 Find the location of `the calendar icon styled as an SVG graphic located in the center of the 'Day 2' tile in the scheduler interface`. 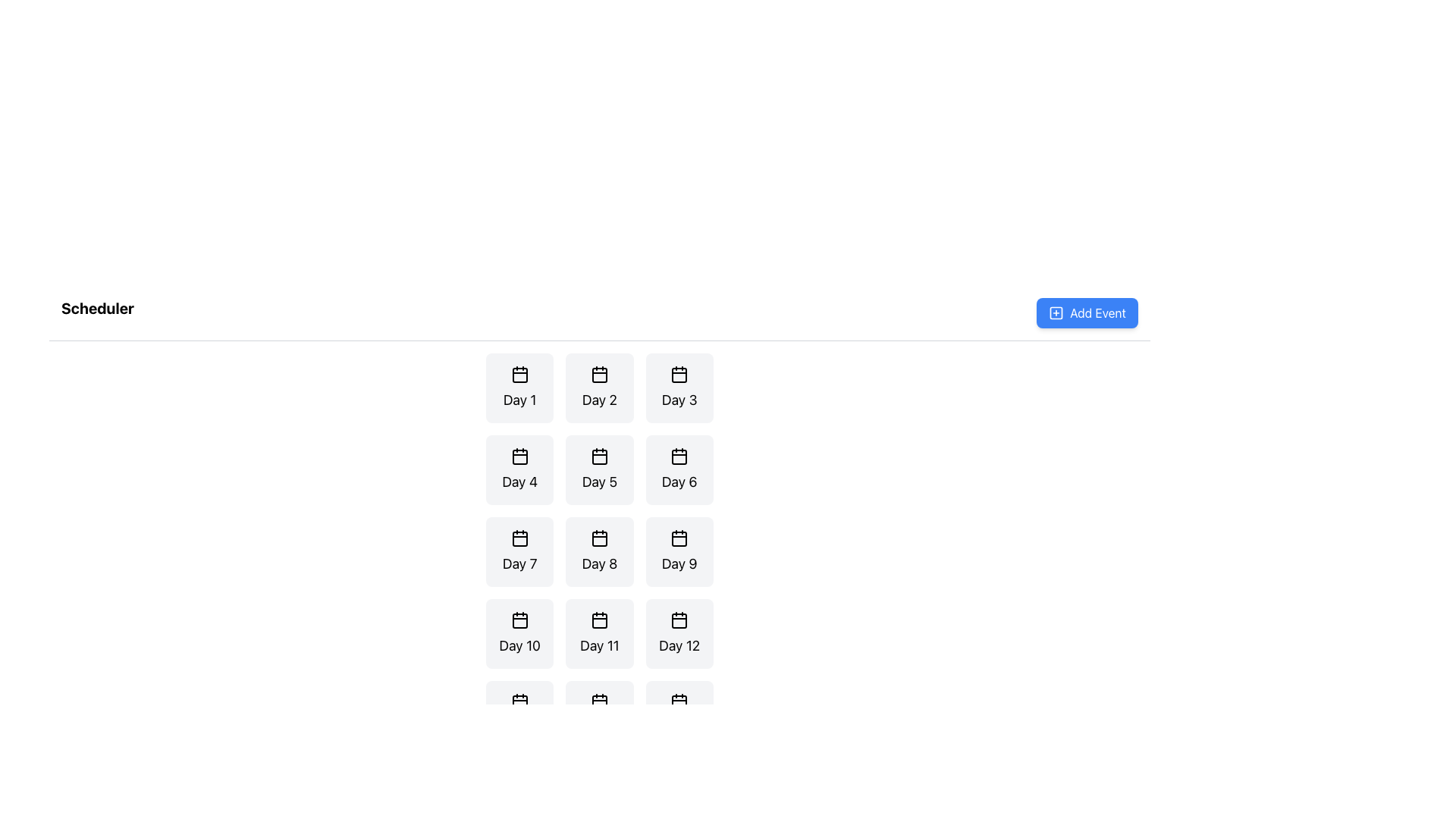

the calendar icon styled as an SVG graphic located in the center of the 'Day 2' tile in the scheduler interface is located at coordinates (599, 374).